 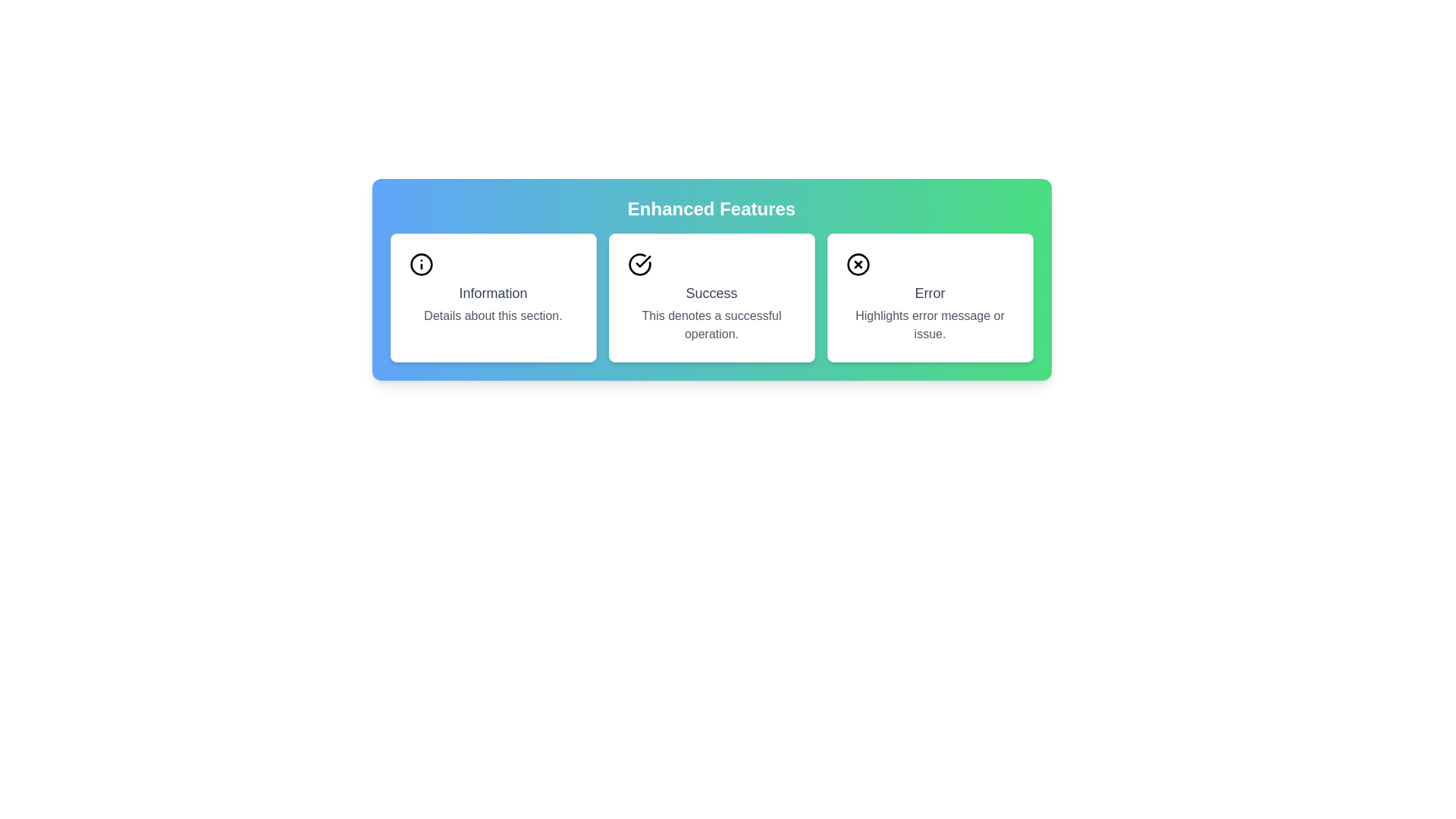 I want to click on the text label displaying 'Success' which is styled in a large, bold font and is located in the middle section of a rectangular card, so click(x=711, y=293).